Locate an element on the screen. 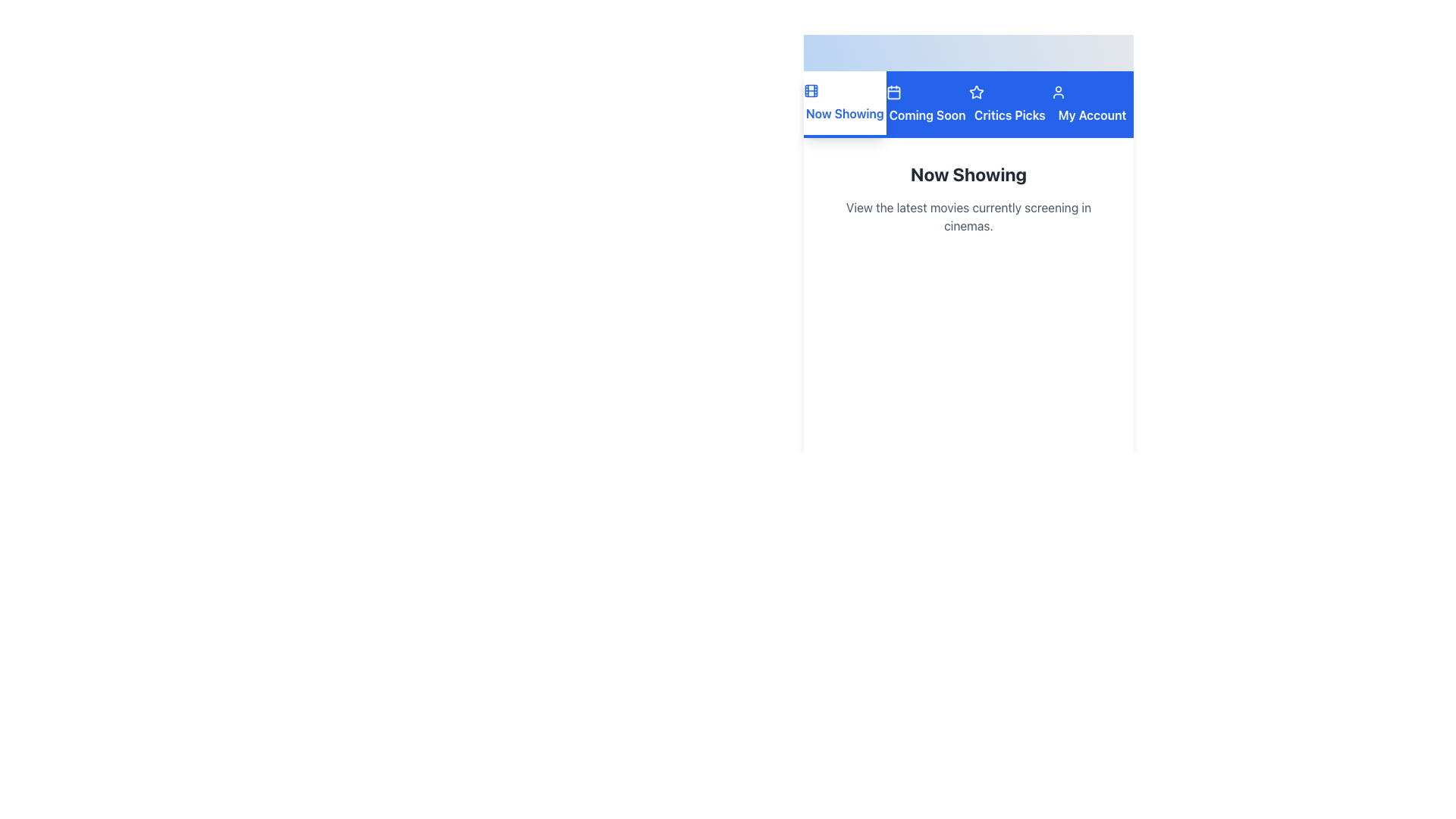  the second navigation item in the top navigation bar is located at coordinates (927, 114).